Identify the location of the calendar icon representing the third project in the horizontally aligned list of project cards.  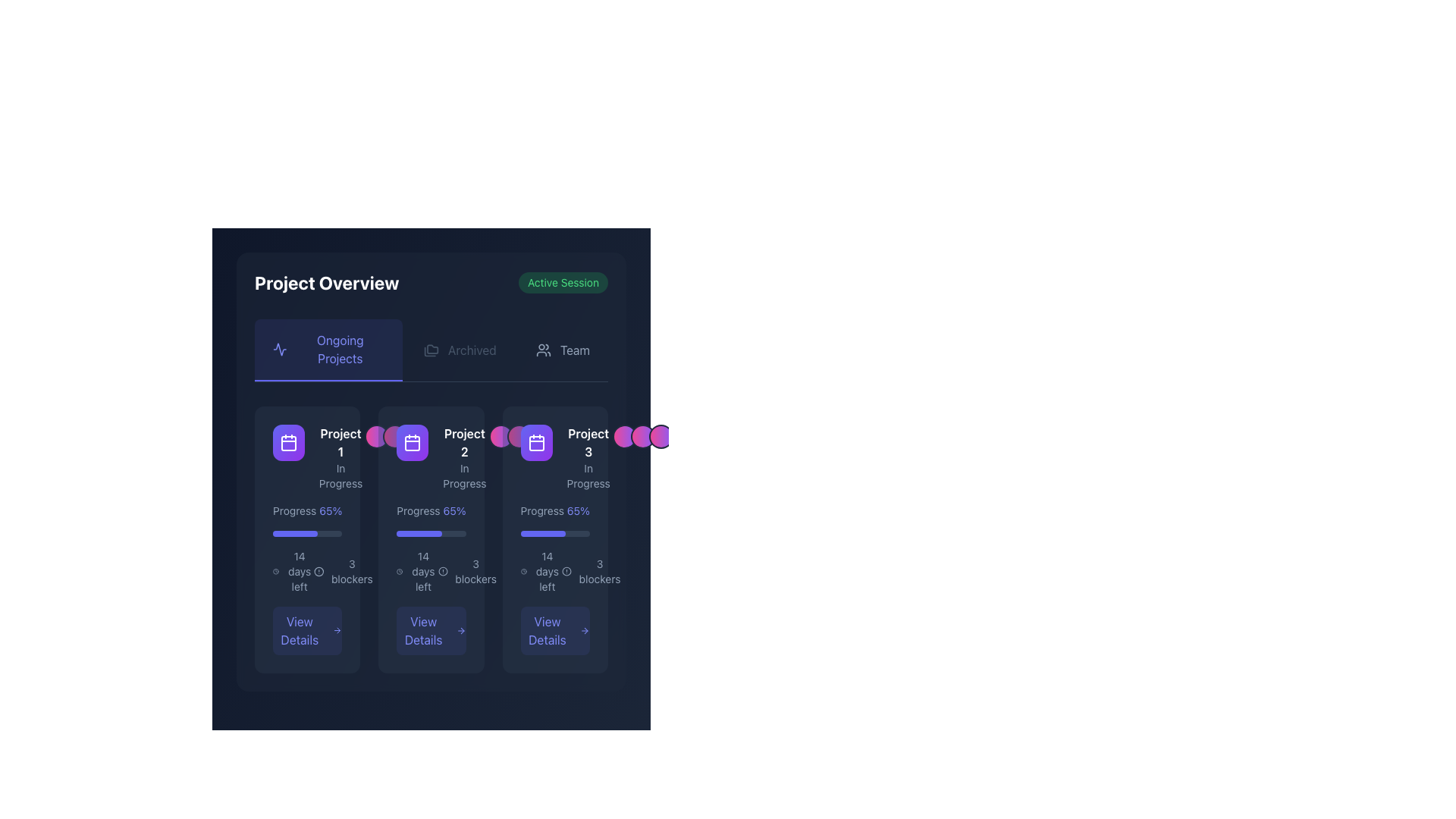
(536, 442).